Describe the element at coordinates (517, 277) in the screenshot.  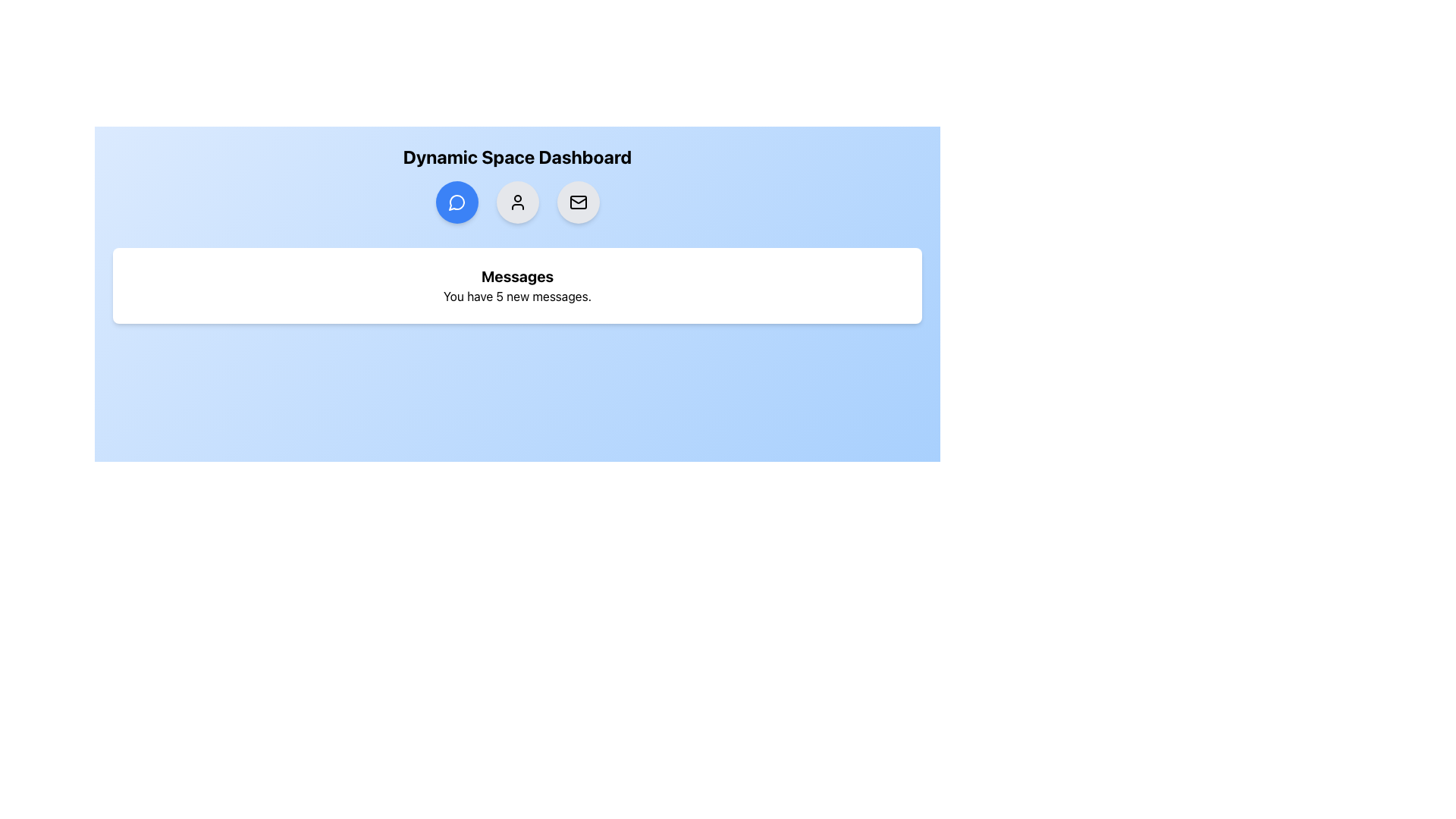
I see `the Text Label that serves as a header, indicating the content of the associated section, positioned above the line of text 'You have 5 new messages.'` at that location.